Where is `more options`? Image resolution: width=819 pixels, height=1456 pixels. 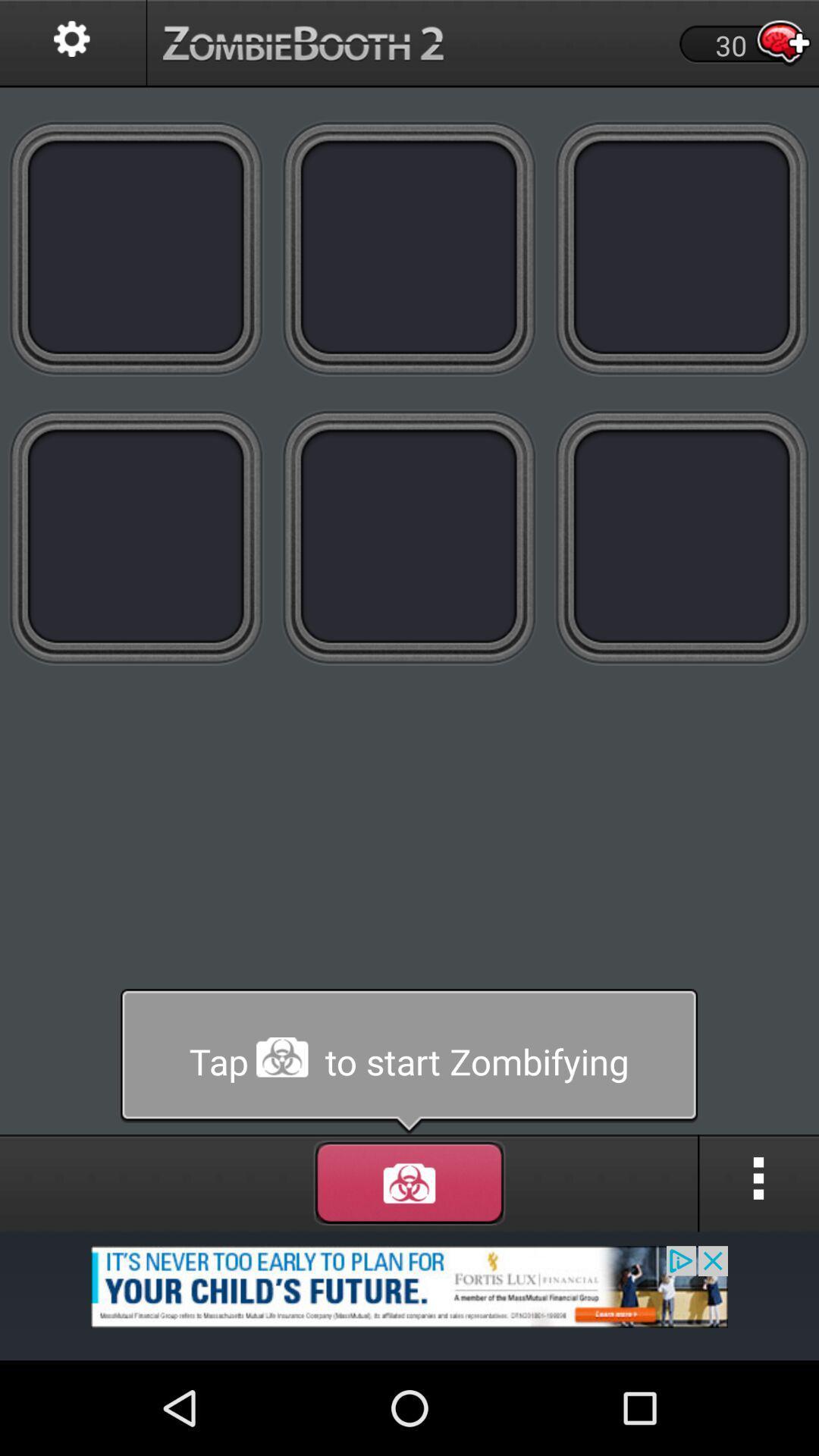
more options is located at coordinates (759, 1182).